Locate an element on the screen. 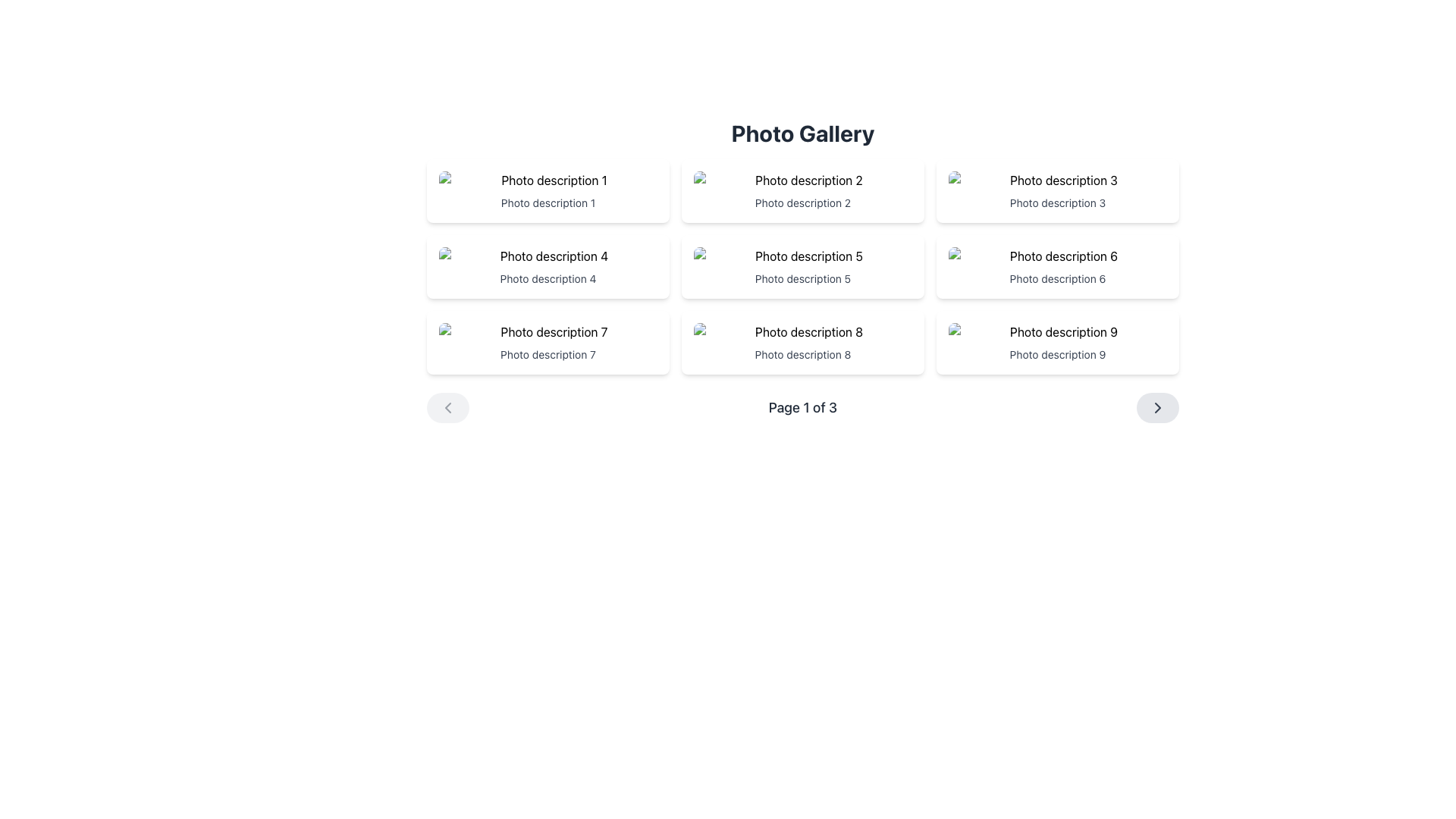  the clickable card containing an image and the text caption 'Photo description 7', which is located in the bottom row of a three-column grid layout is located at coordinates (548, 342).